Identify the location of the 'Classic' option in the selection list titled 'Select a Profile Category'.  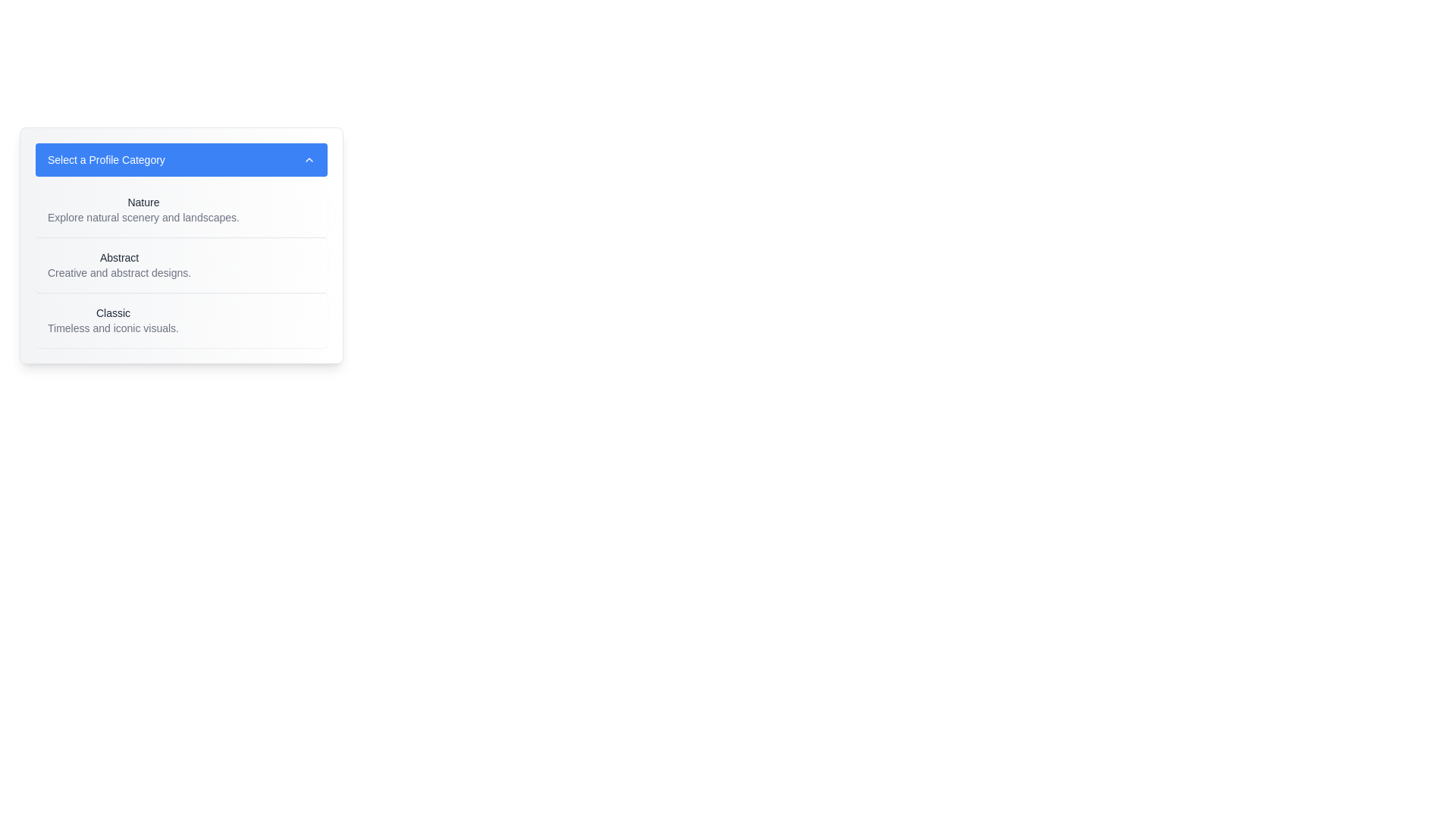
(181, 319).